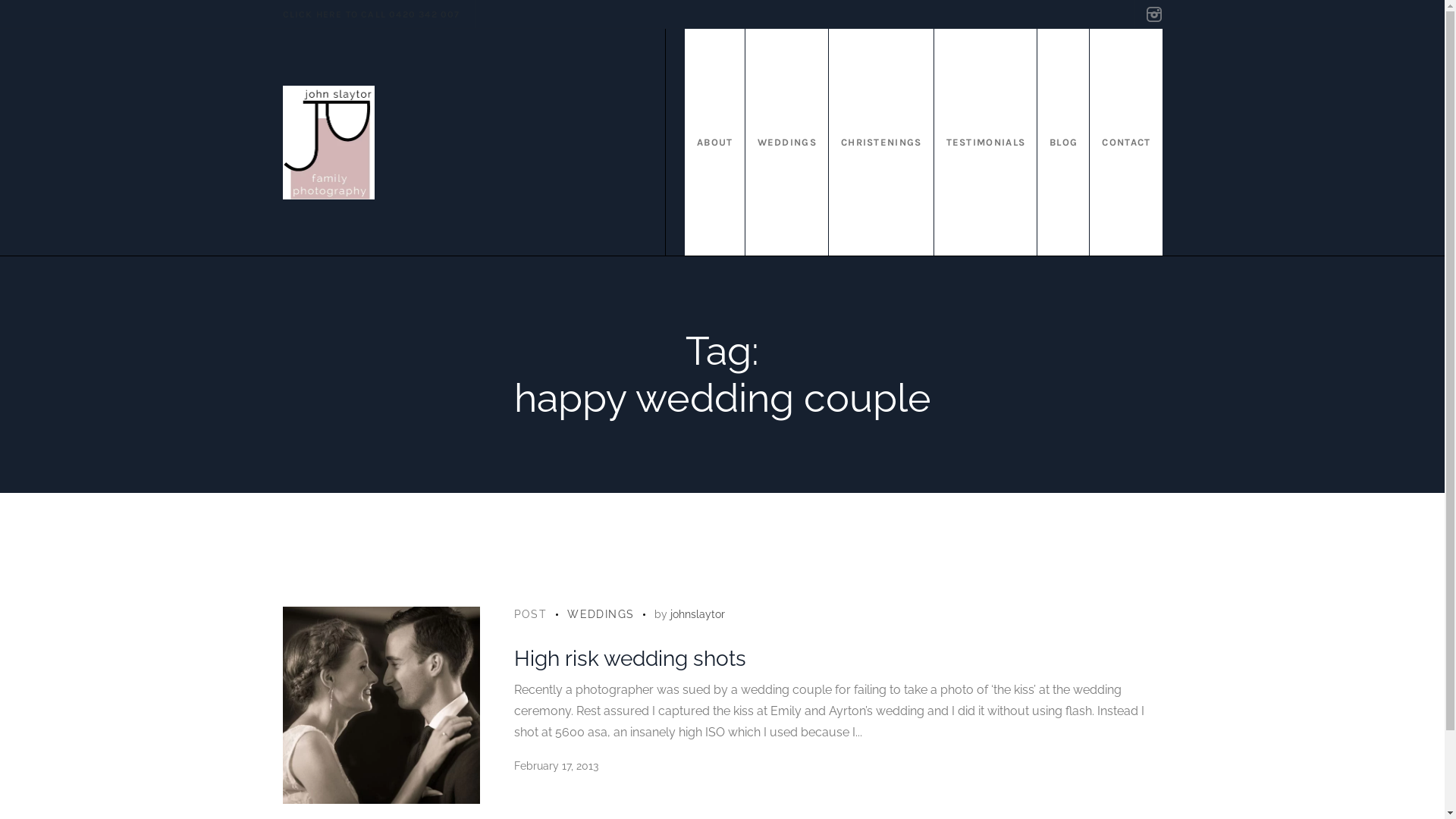  I want to click on 'TESTIMONIALS', so click(986, 142).